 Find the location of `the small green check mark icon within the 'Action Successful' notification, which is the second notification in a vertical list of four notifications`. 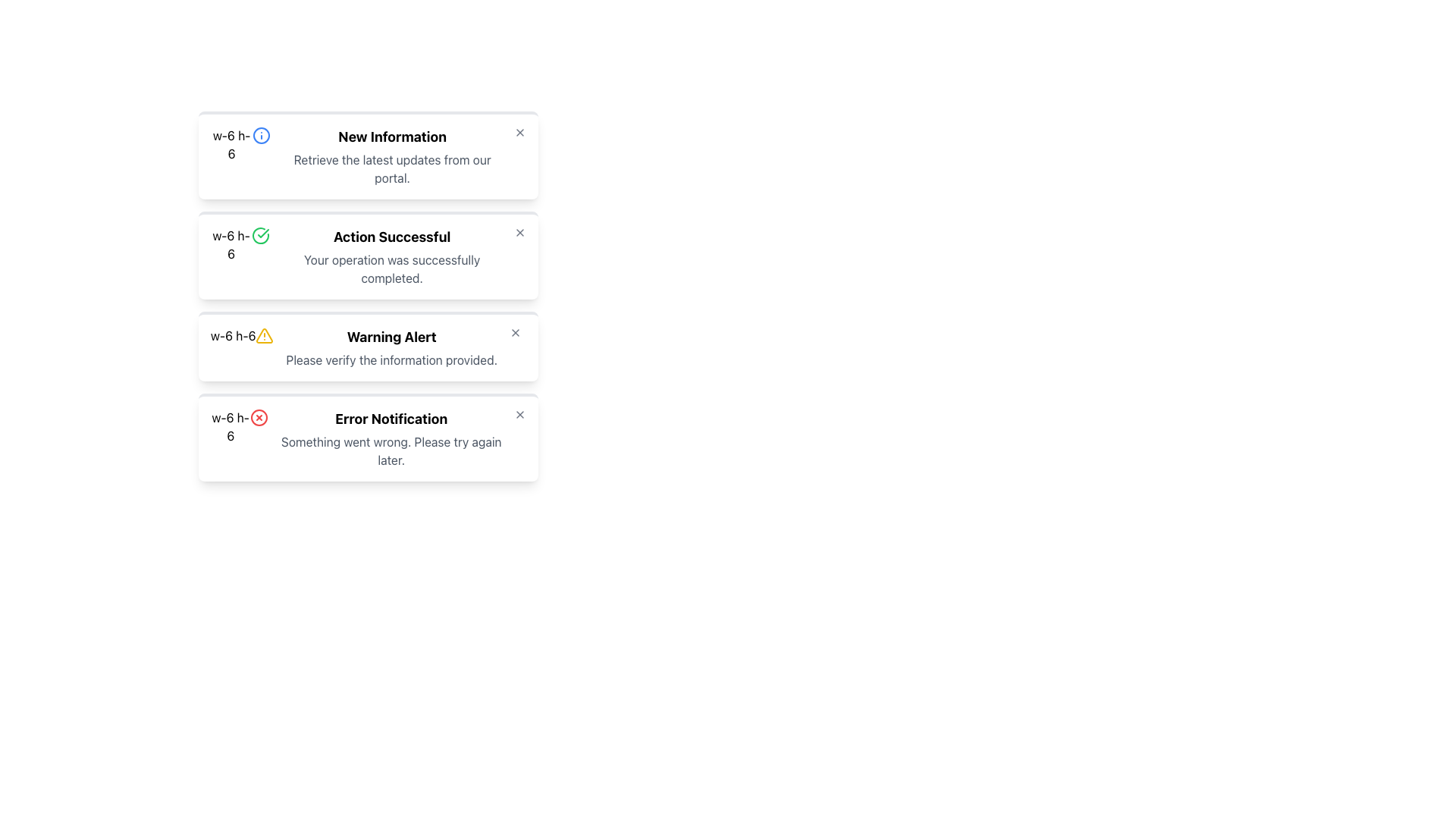

the small green check mark icon within the 'Action Successful' notification, which is the second notification in a vertical list of four notifications is located at coordinates (263, 234).